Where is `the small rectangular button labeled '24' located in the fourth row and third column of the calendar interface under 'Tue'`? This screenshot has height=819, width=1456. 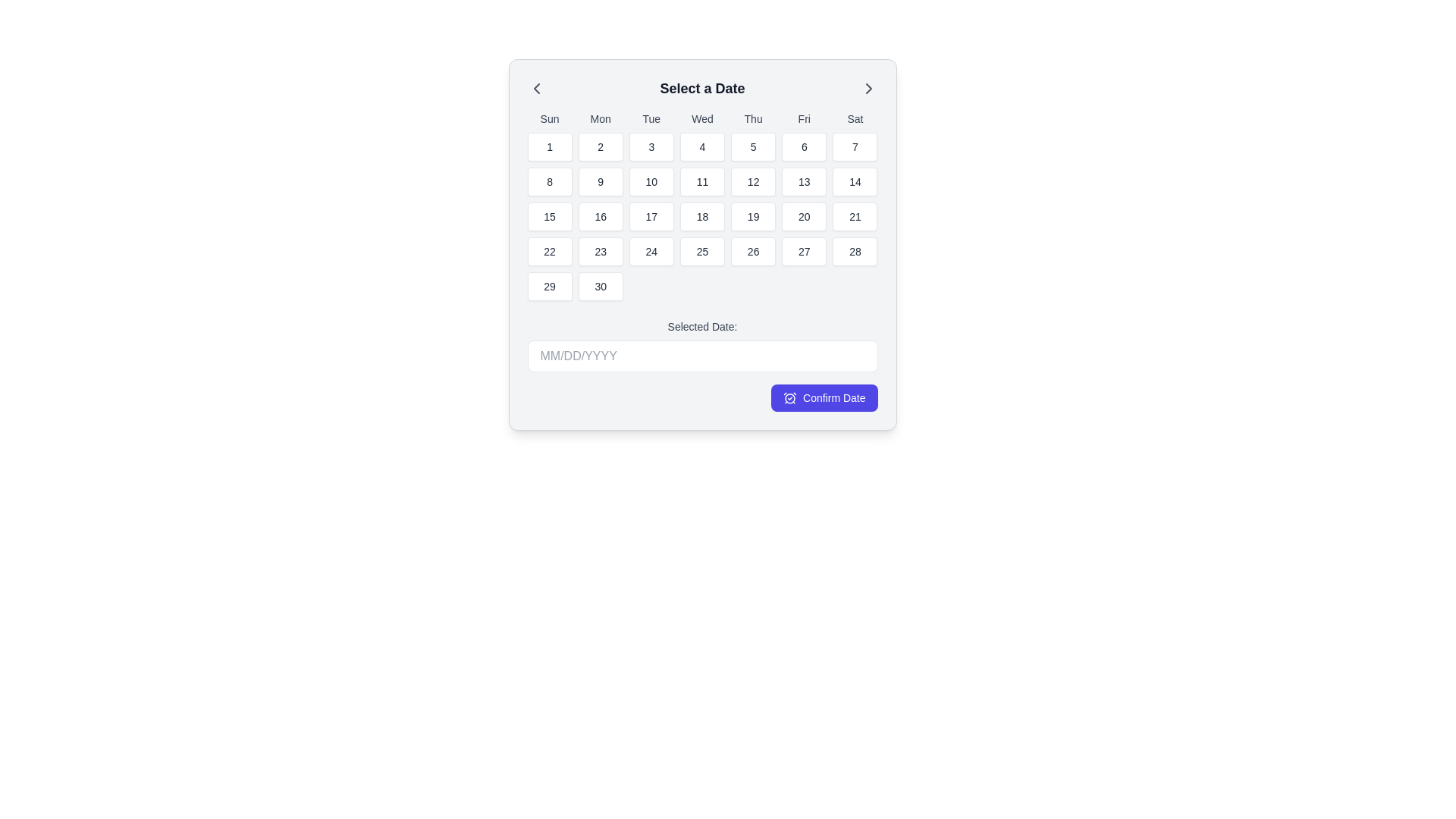 the small rectangular button labeled '24' located in the fourth row and third column of the calendar interface under 'Tue' is located at coordinates (651, 250).